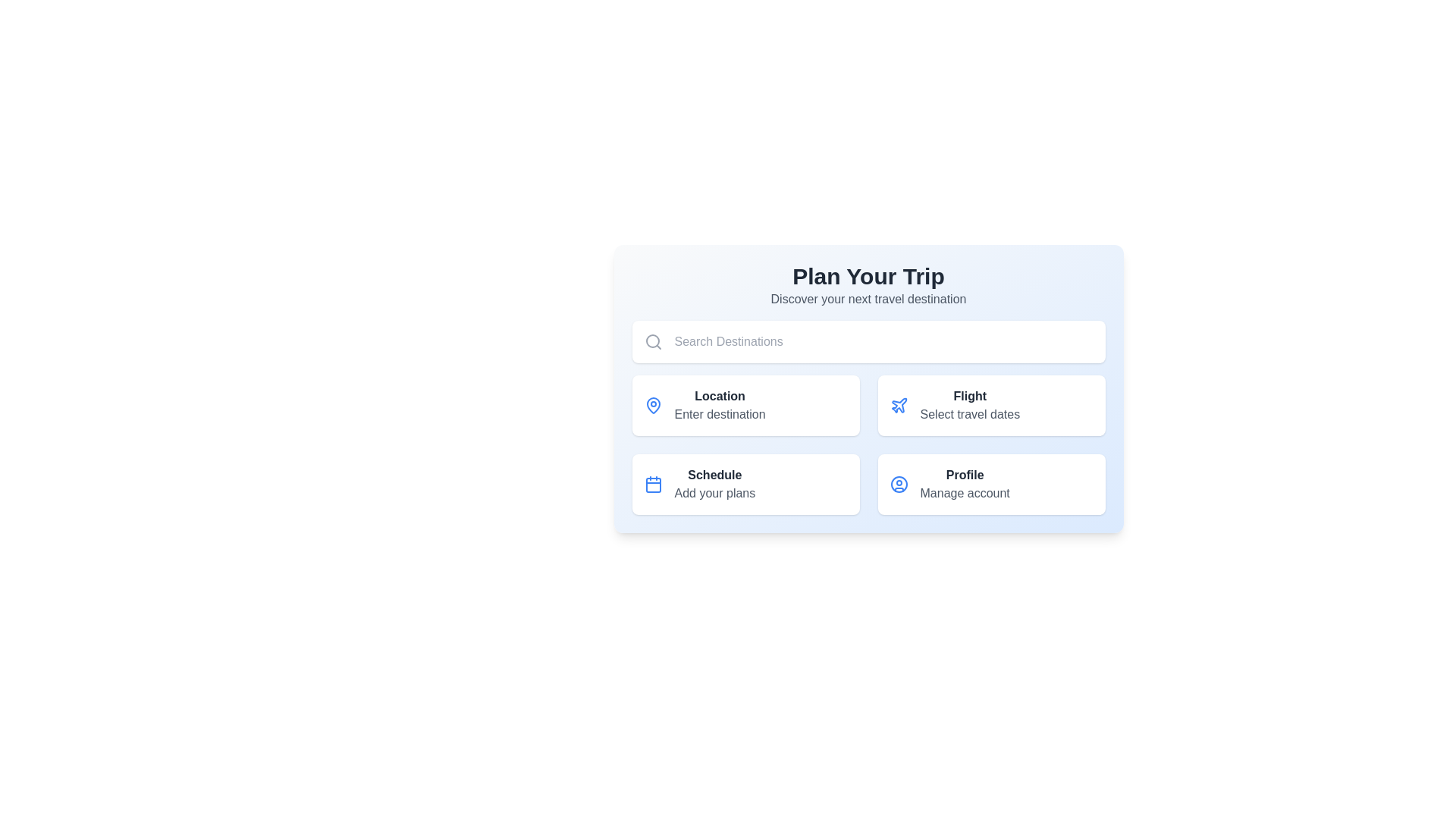 The image size is (1456, 819). I want to click on the 'Flight' text label, which displays the title 'Flight' in bold, dark gray text and the description 'Select travel dates' in lighter gray text, to proceed to the detailed flight selection page, so click(969, 405).